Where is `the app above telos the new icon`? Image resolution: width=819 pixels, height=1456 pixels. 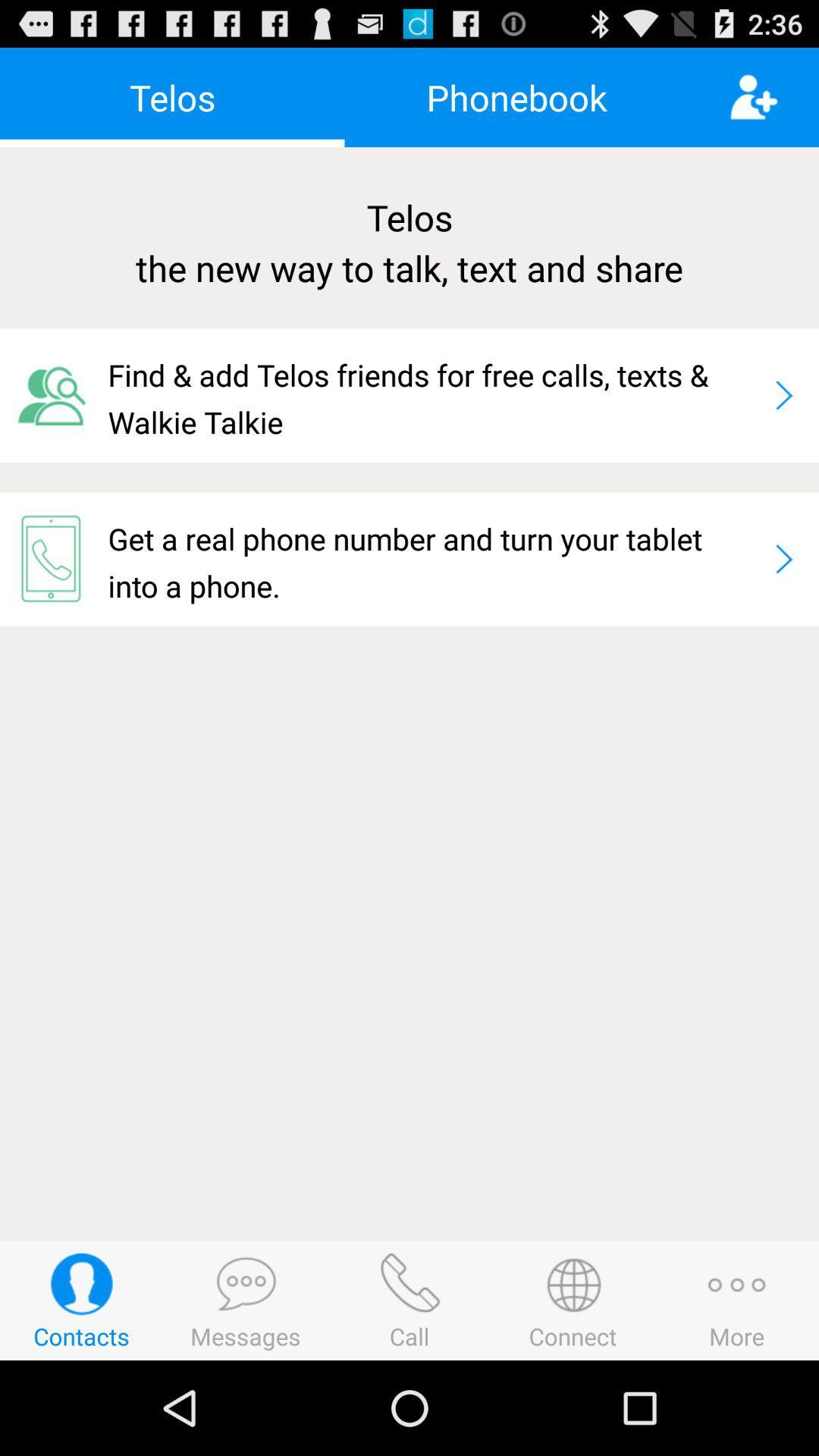
the app above telos the new icon is located at coordinates (773, 96).